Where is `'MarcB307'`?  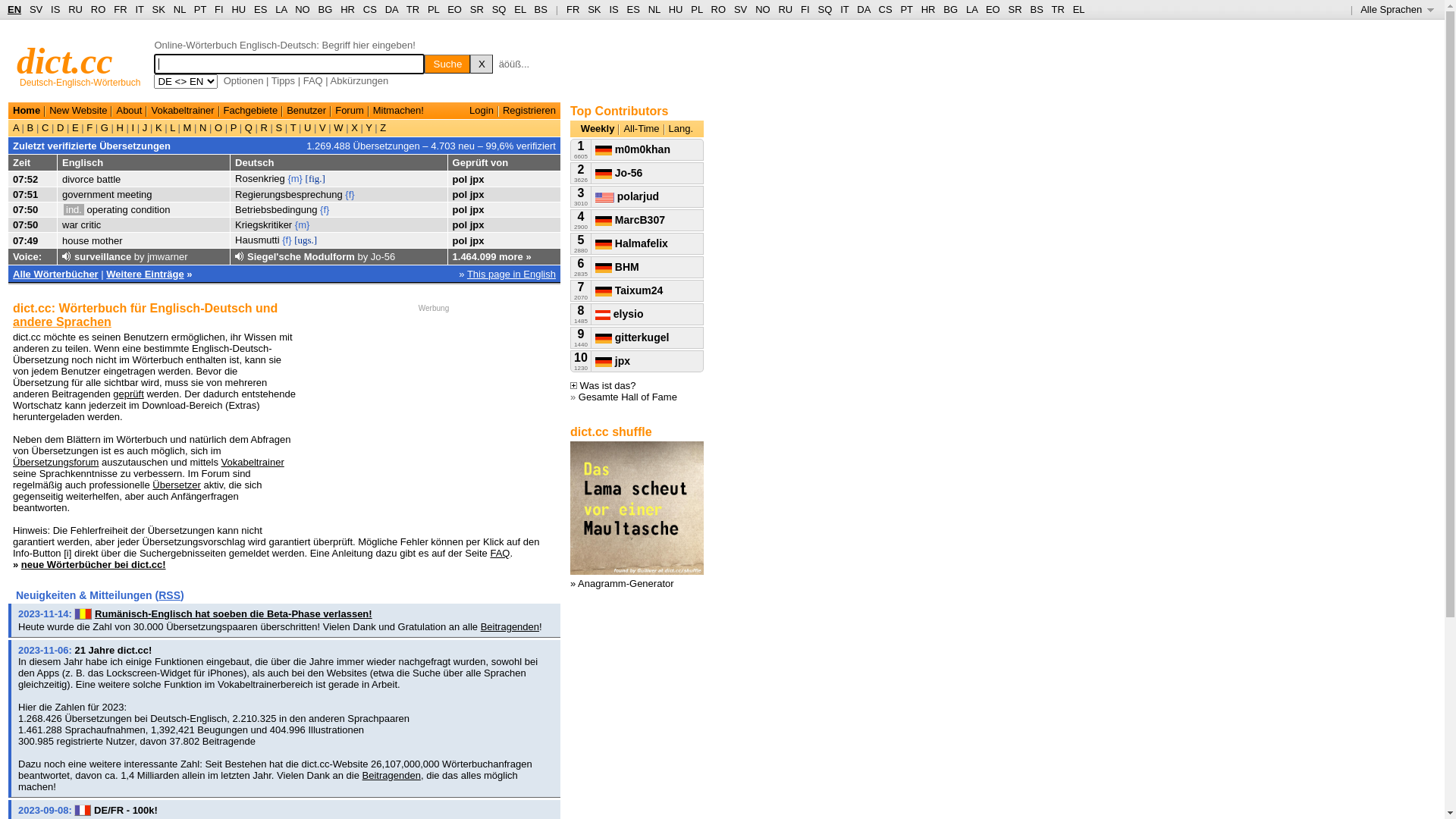
'MarcB307' is located at coordinates (629, 219).